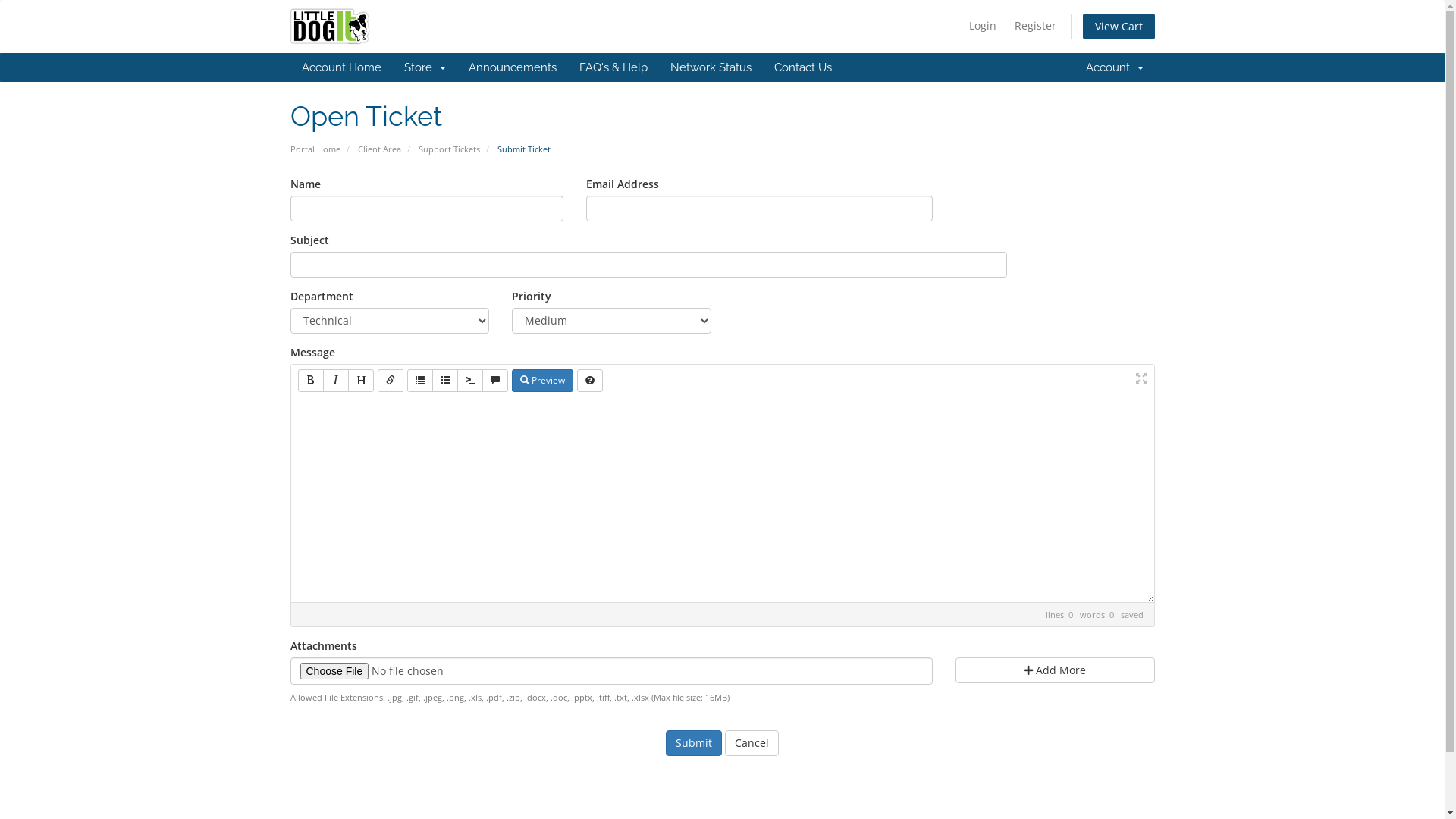  Describe the element at coordinates (1054, 669) in the screenshot. I see `'Add More'` at that location.